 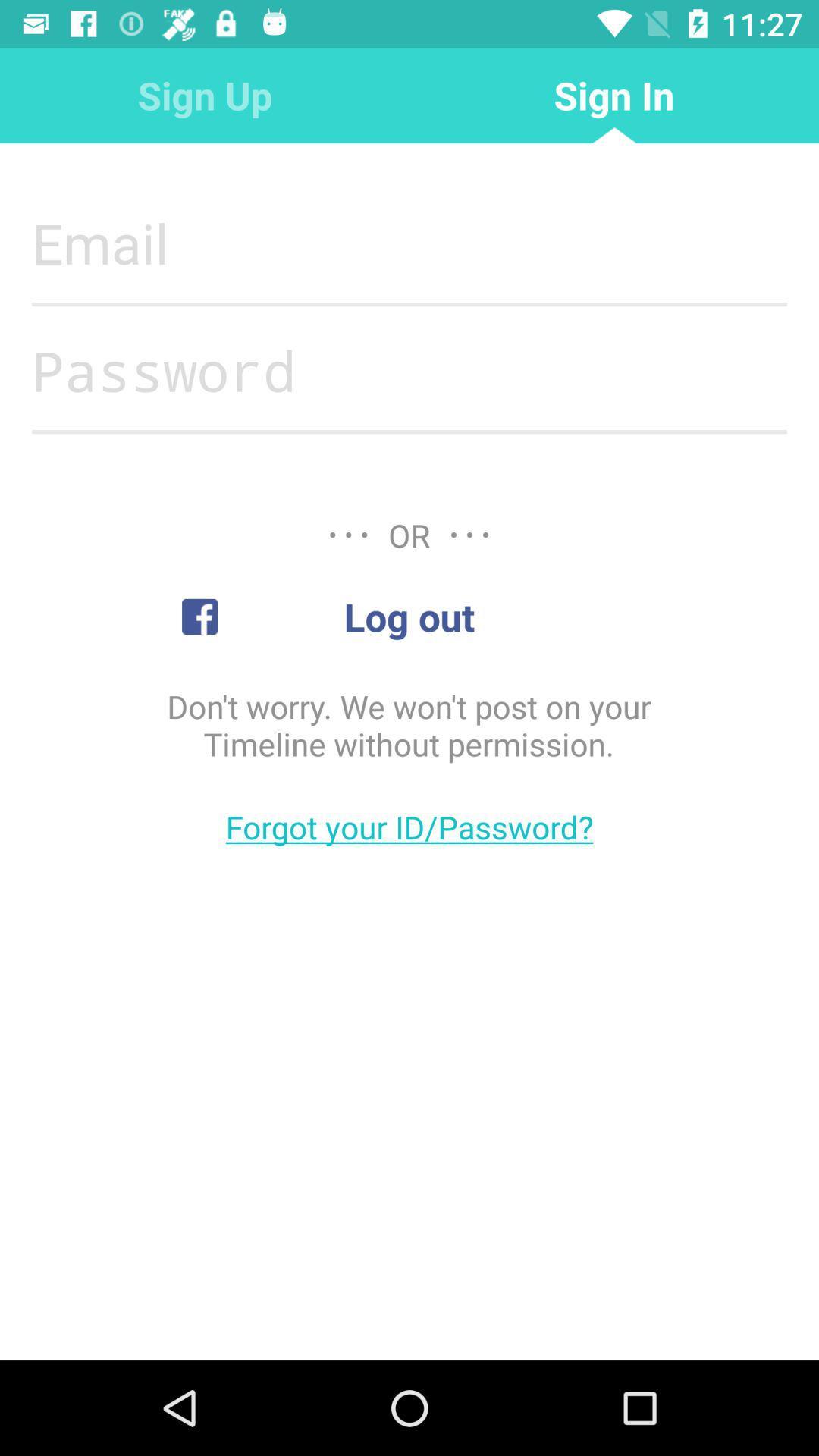 What do you see at coordinates (409, 826) in the screenshot?
I see `the last text of the page from bottom` at bounding box center [409, 826].